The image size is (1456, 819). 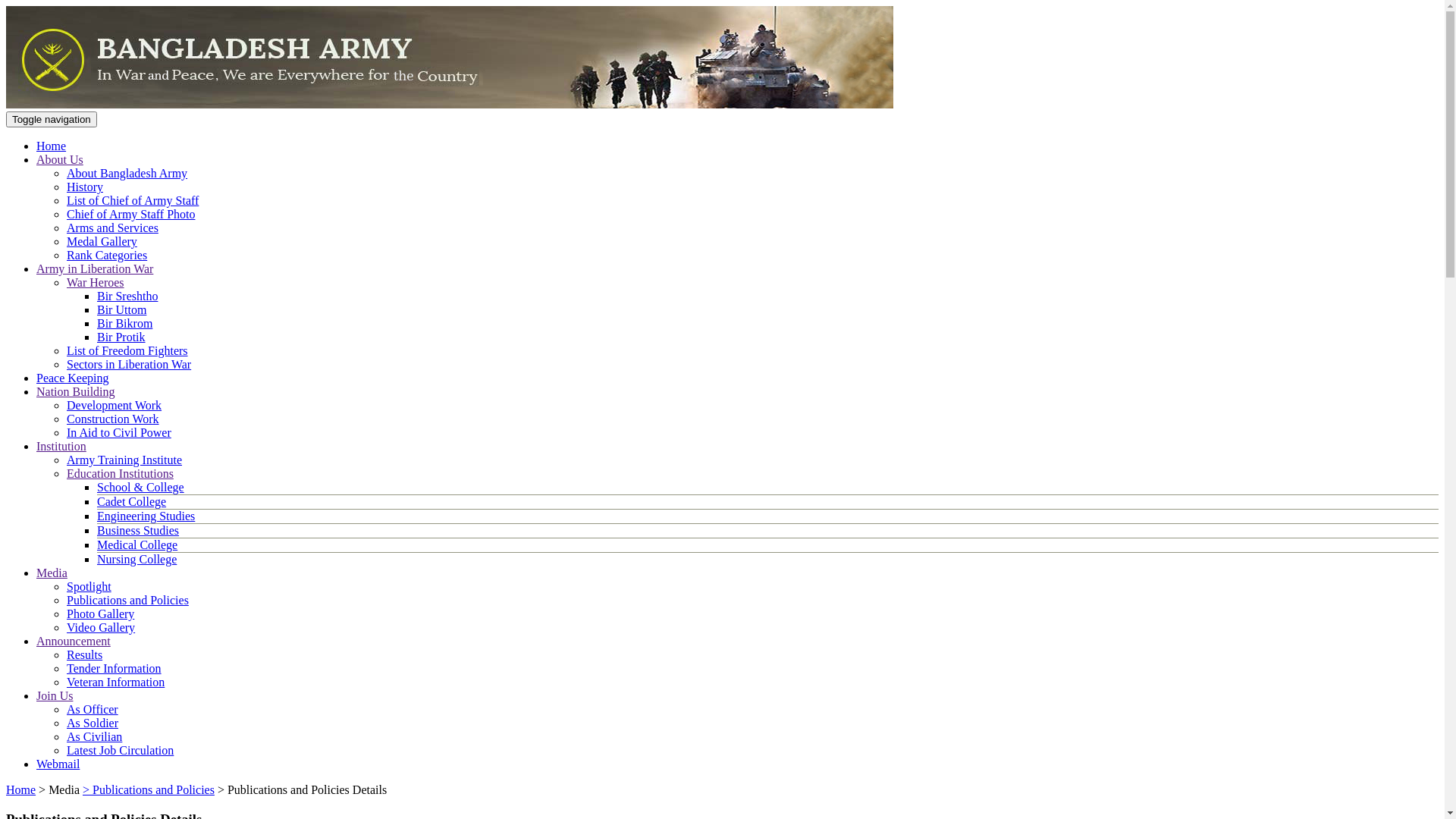 What do you see at coordinates (96, 559) in the screenshot?
I see `'Nursing College'` at bounding box center [96, 559].